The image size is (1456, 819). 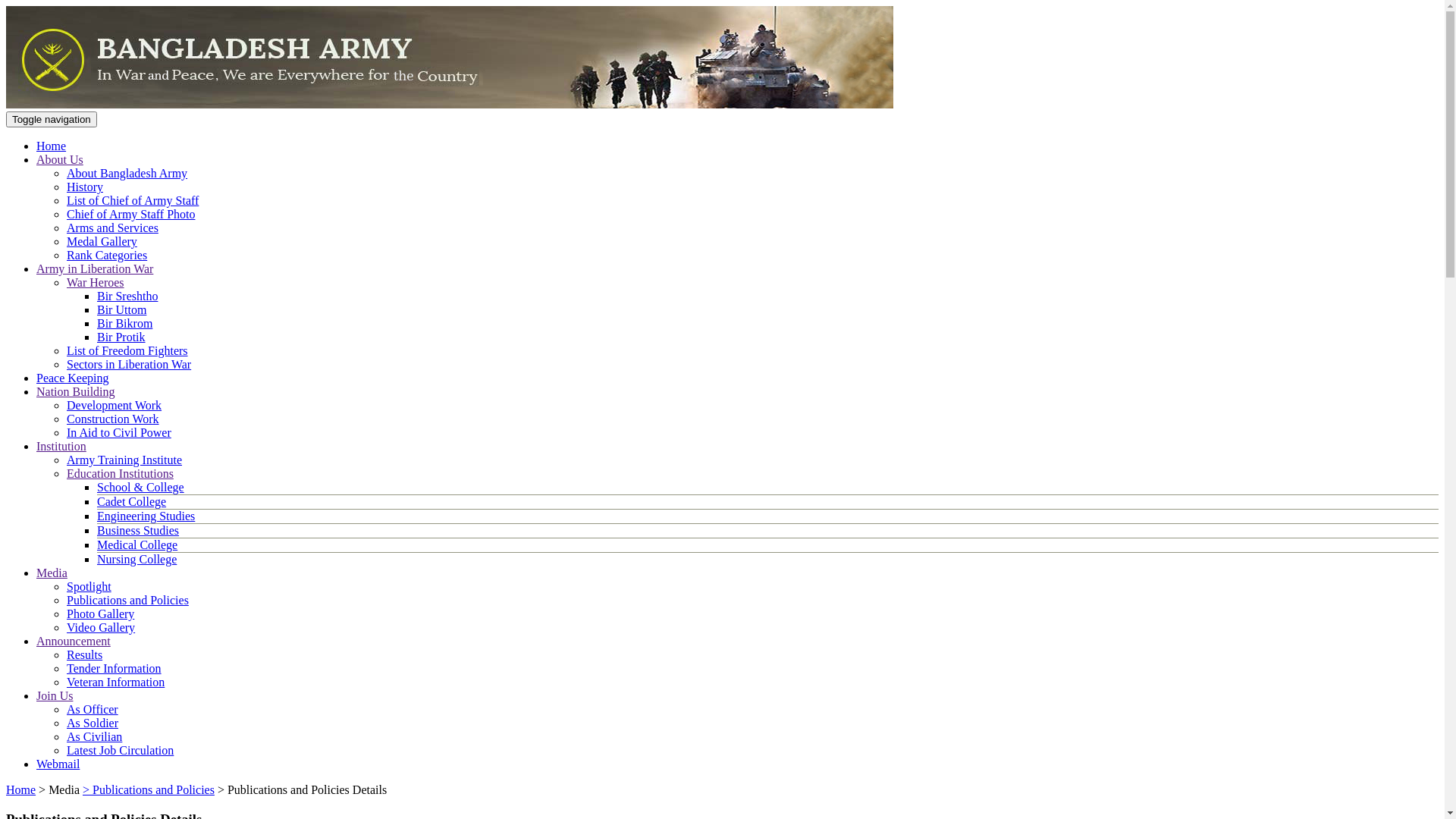 What do you see at coordinates (96, 559) in the screenshot?
I see `'Nursing College'` at bounding box center [96, 559].